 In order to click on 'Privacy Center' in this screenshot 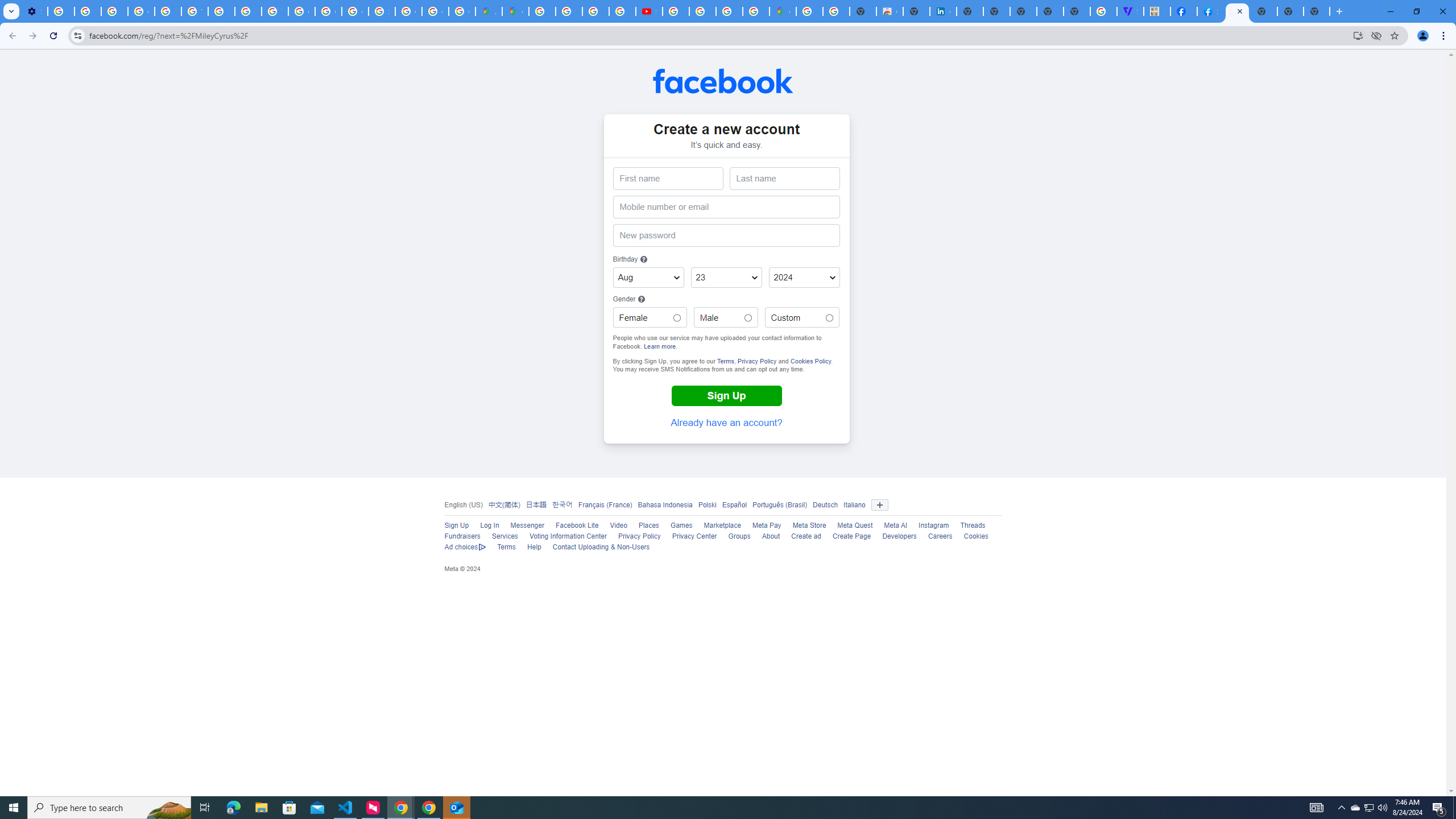, I will do `click(694, 536)`.